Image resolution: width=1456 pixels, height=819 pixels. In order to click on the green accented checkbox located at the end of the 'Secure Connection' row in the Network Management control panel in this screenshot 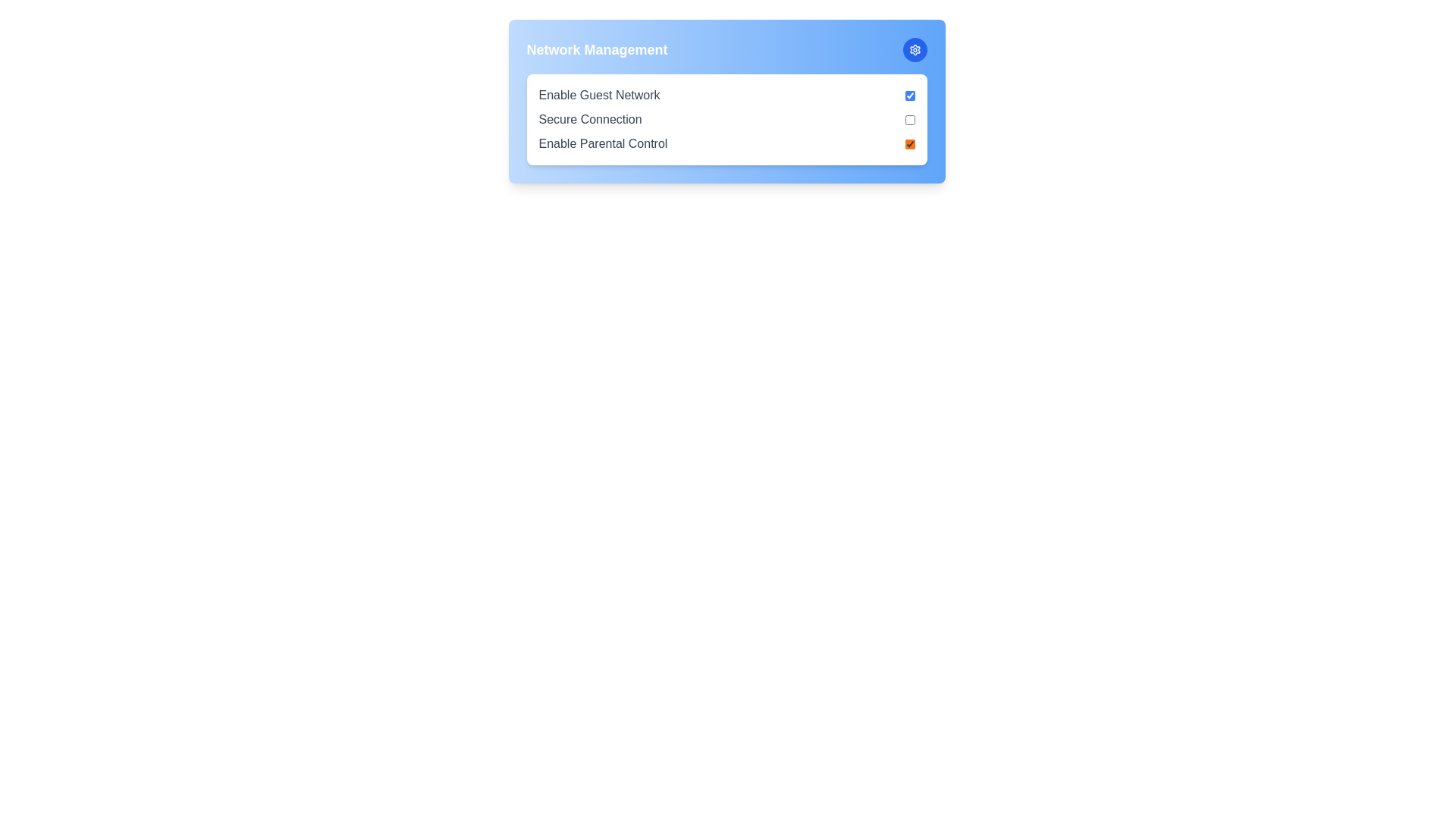, I will do `click(910, 119)`.